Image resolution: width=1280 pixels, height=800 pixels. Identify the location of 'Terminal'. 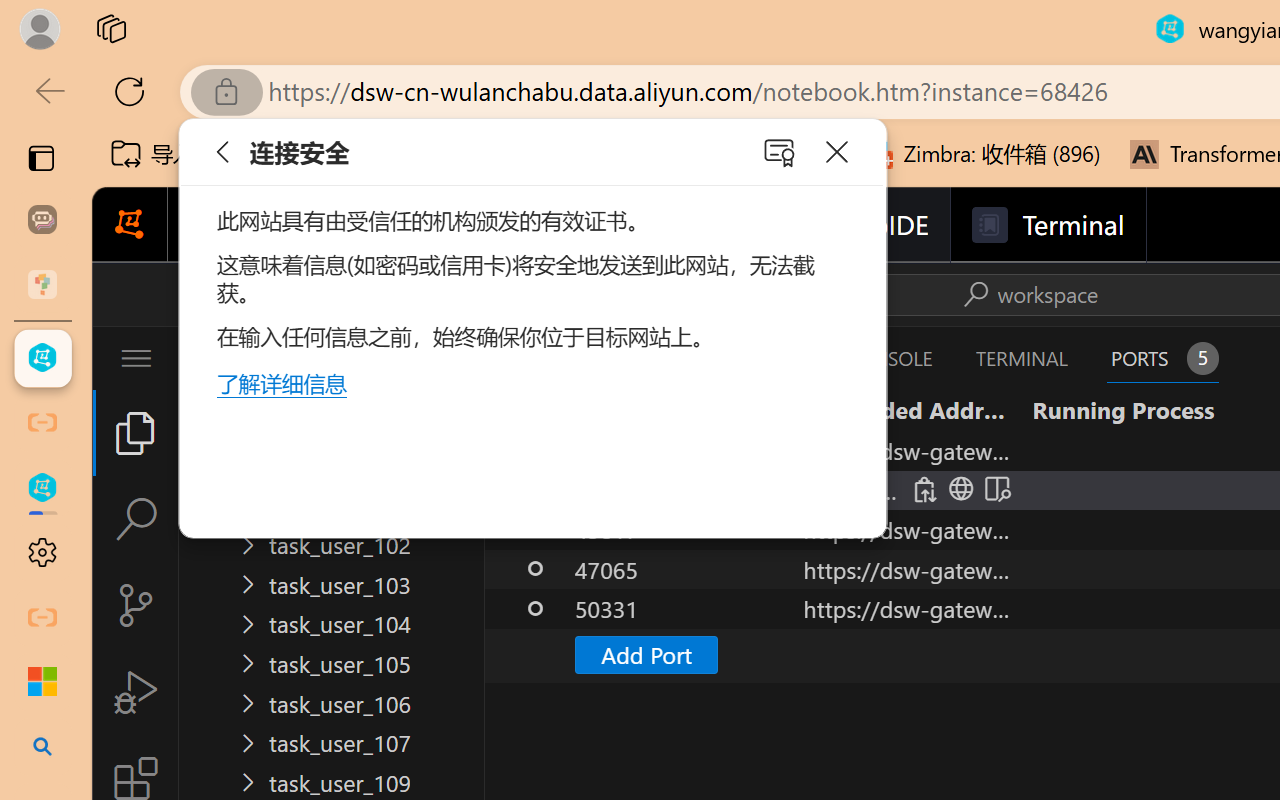
(1046, 225).